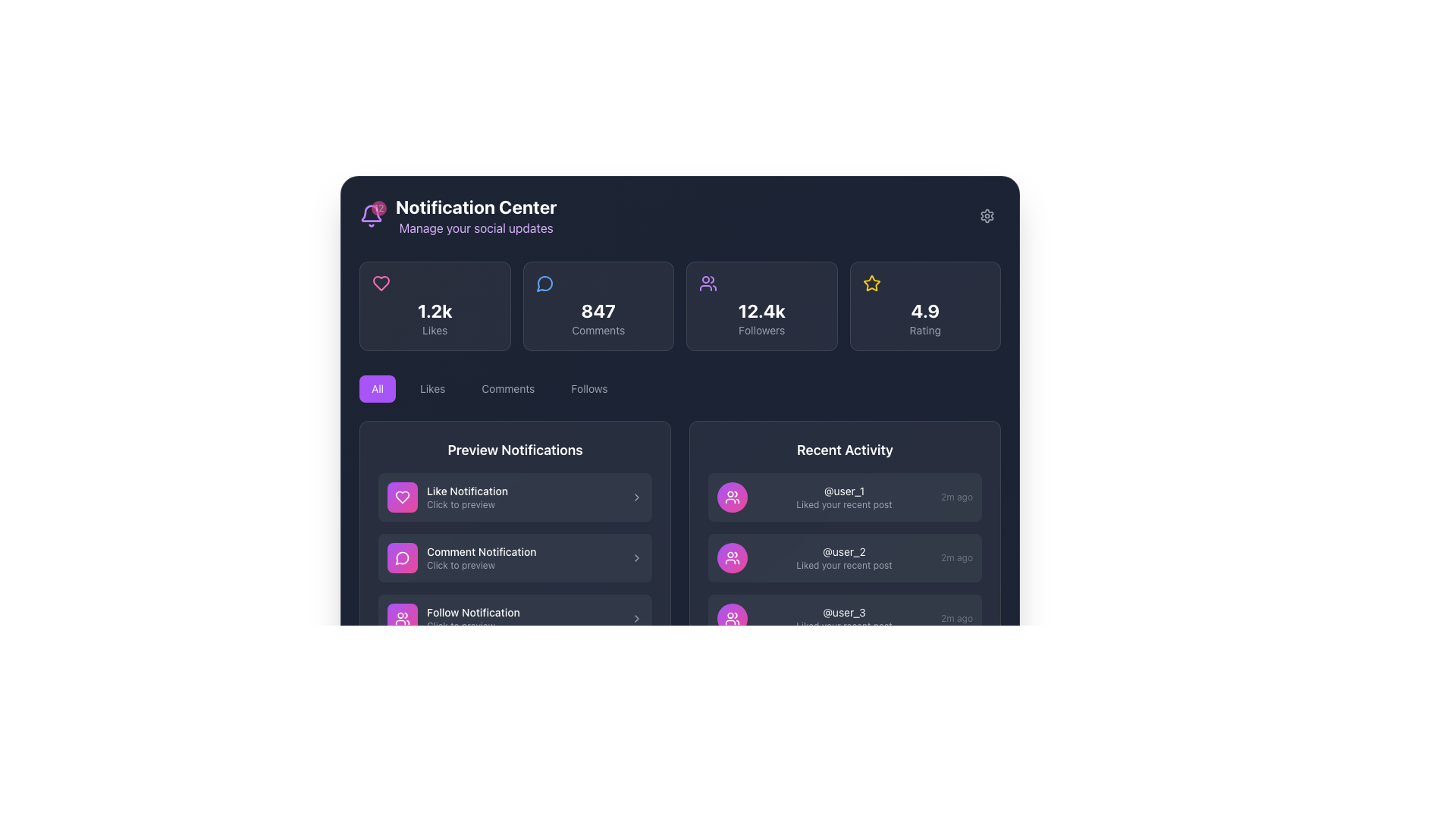 Image resolution: width=1456 pixels, height=819 pixels. I want to click on the 'Recent Activity' header text located in the right-hand column of the page, styled in white, bold font, positioned above user activity entries, so click(844, 450).